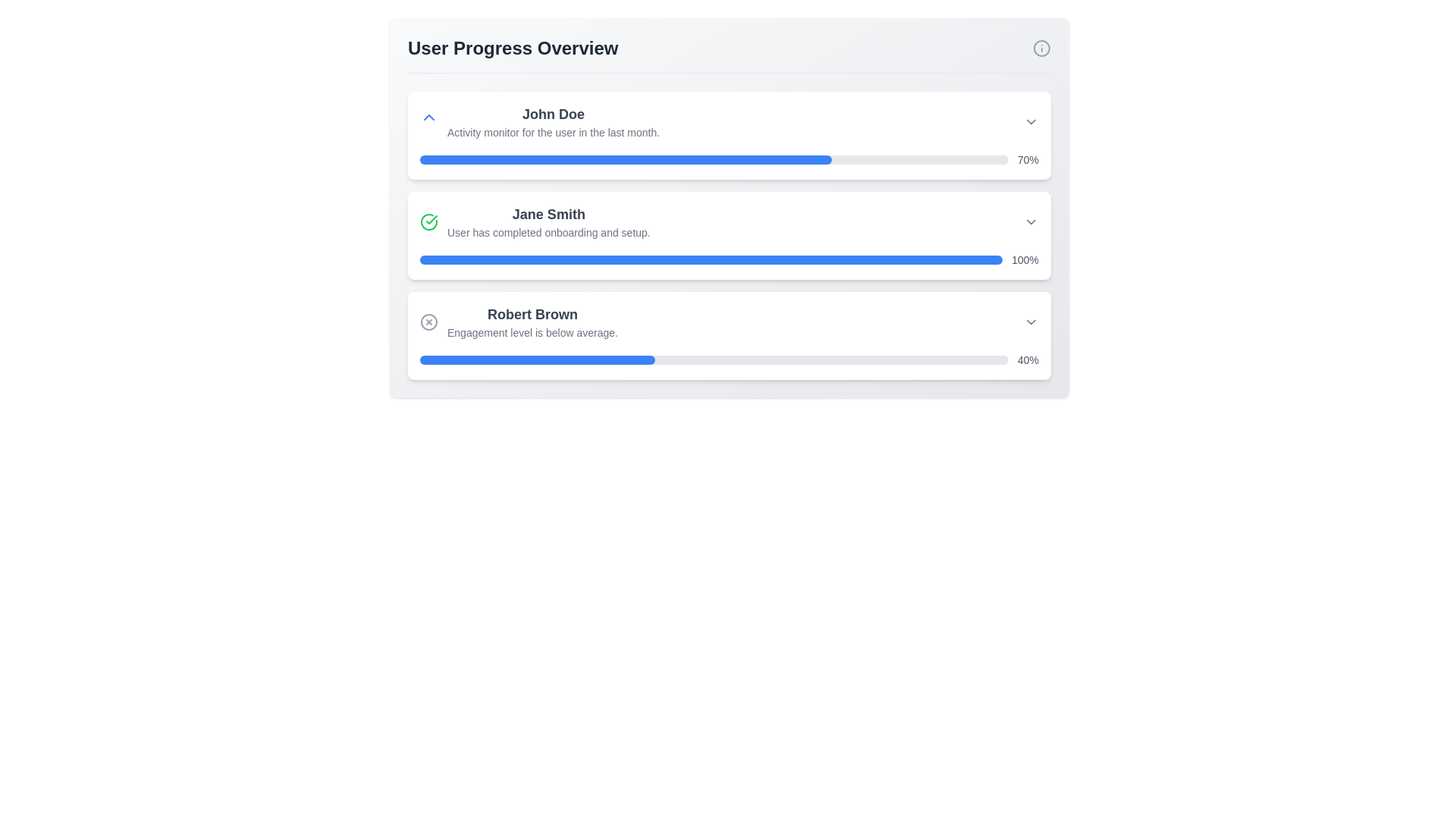 The width and height of the screenshot is (1456, 819). What do you see at coordinates (729, 160) in the screenshot?
I see `the progress bar filled to 70% that displays the percentage '70%' in gray text, located under 'John Doe' and above other user progress bars` at bounding box center [729, 160].